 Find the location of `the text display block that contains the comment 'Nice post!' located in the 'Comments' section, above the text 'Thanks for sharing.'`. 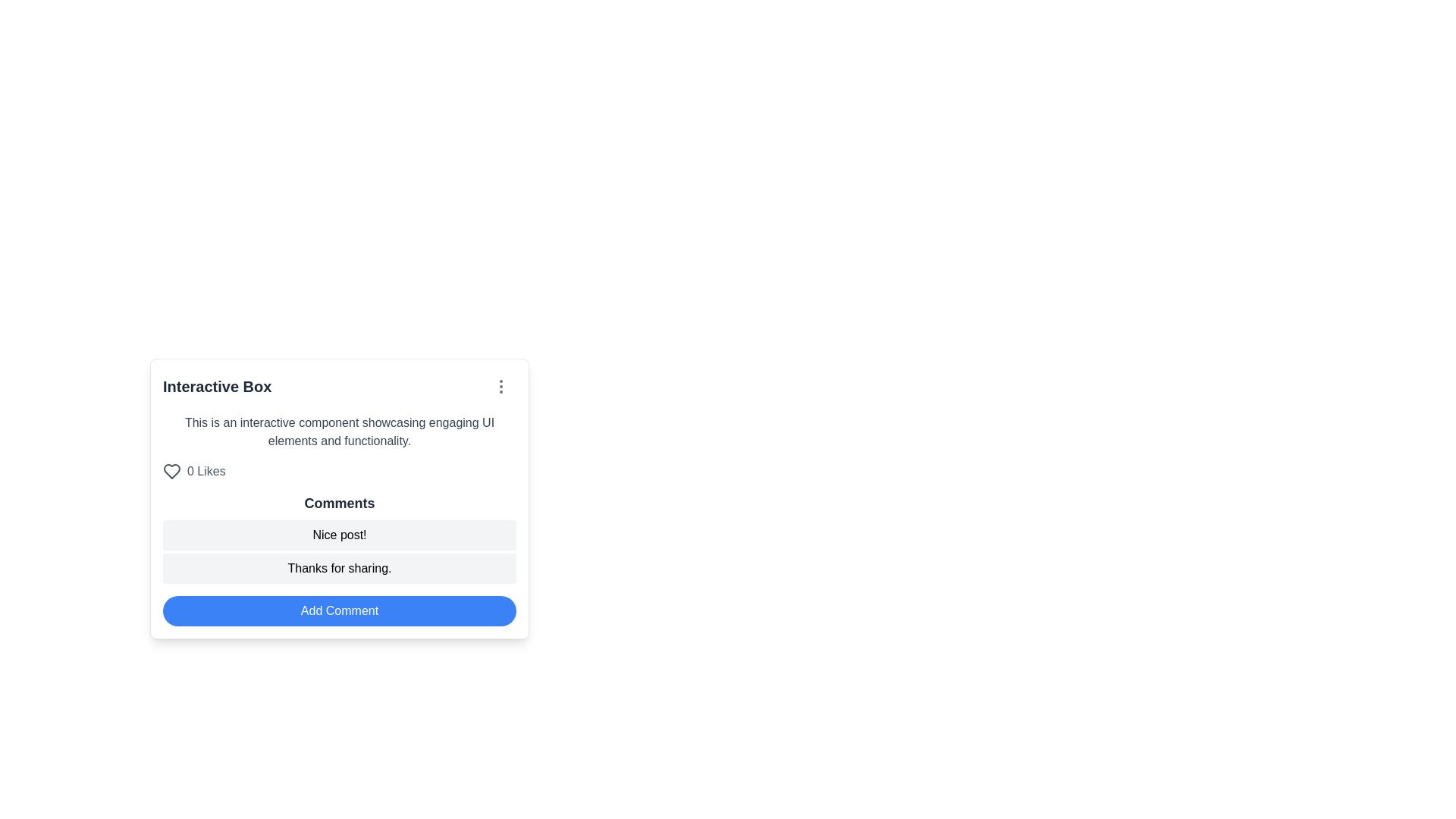

the text display block that contains the comment 'Nice post!' located in the 'Comments' section, above the text 'Thanks for sharing.' is located at coordinates (338, 534).